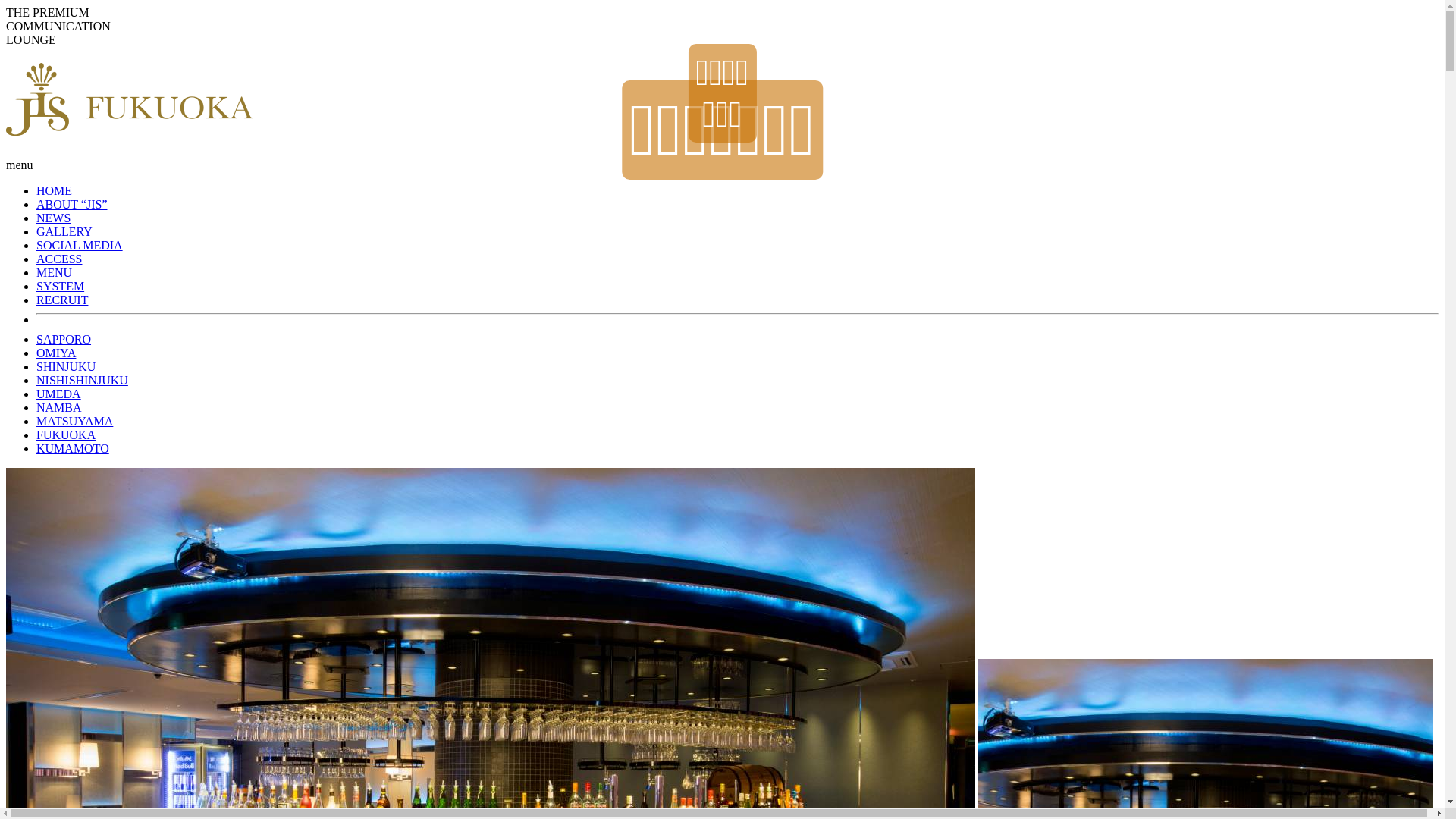  What do you see at coordinates (36, 421) in the screenshot?
I see `'MATSUYAMA'` at bounding box center [36, 421].